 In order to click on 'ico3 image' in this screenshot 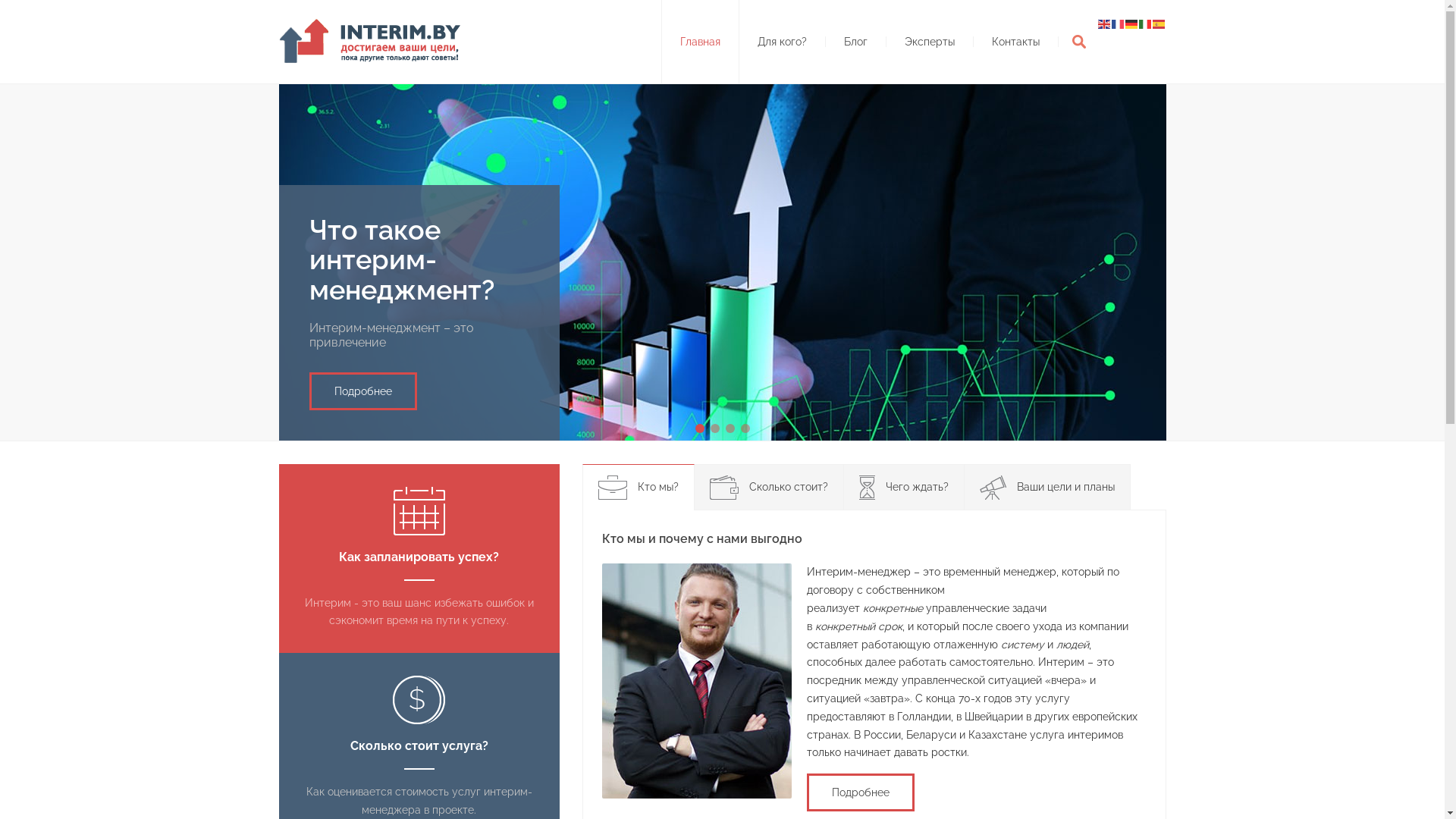, I will do `click(866, 488)`.